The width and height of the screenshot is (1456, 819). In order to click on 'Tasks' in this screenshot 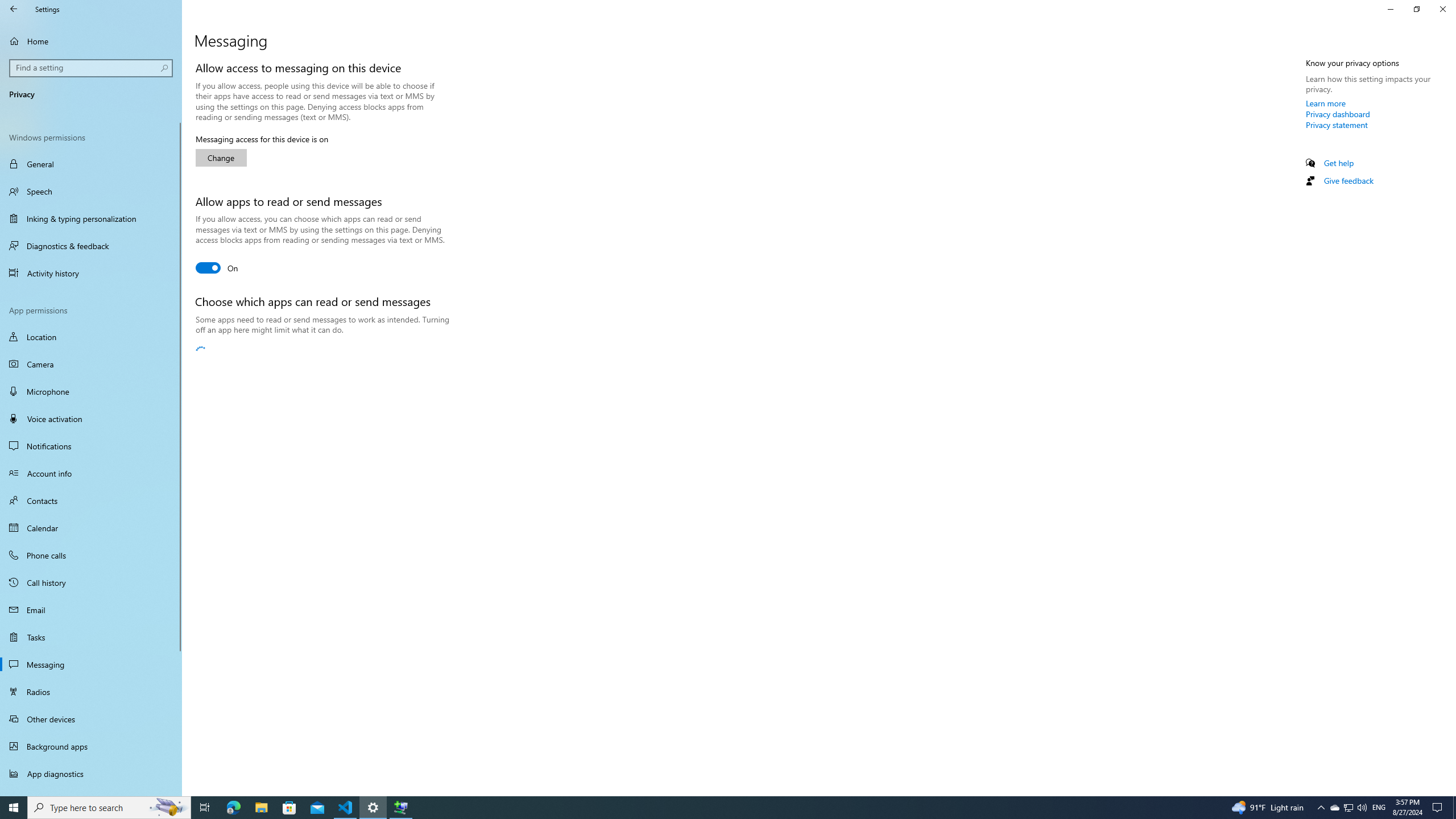, I will do `click(90, 636)`.